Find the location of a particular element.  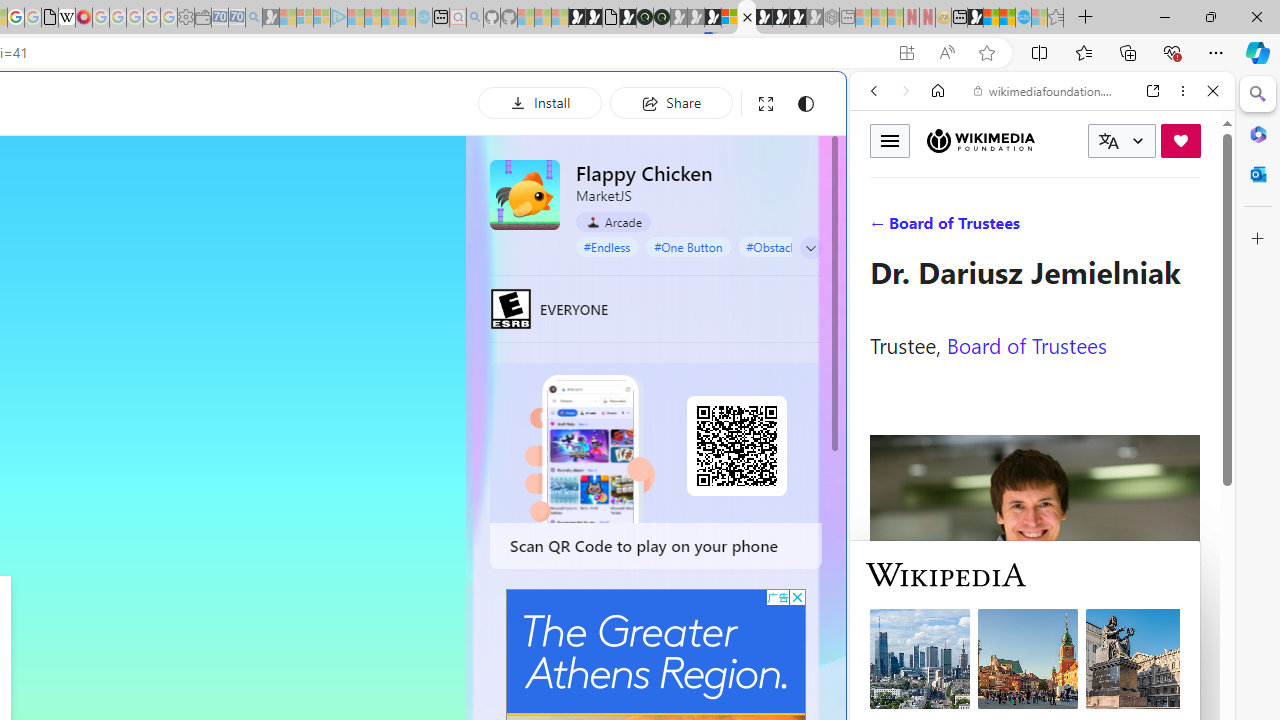

'Play Zoo Boom in your browser | Games from Microsoft Start' is located at coordinates (592, 17).